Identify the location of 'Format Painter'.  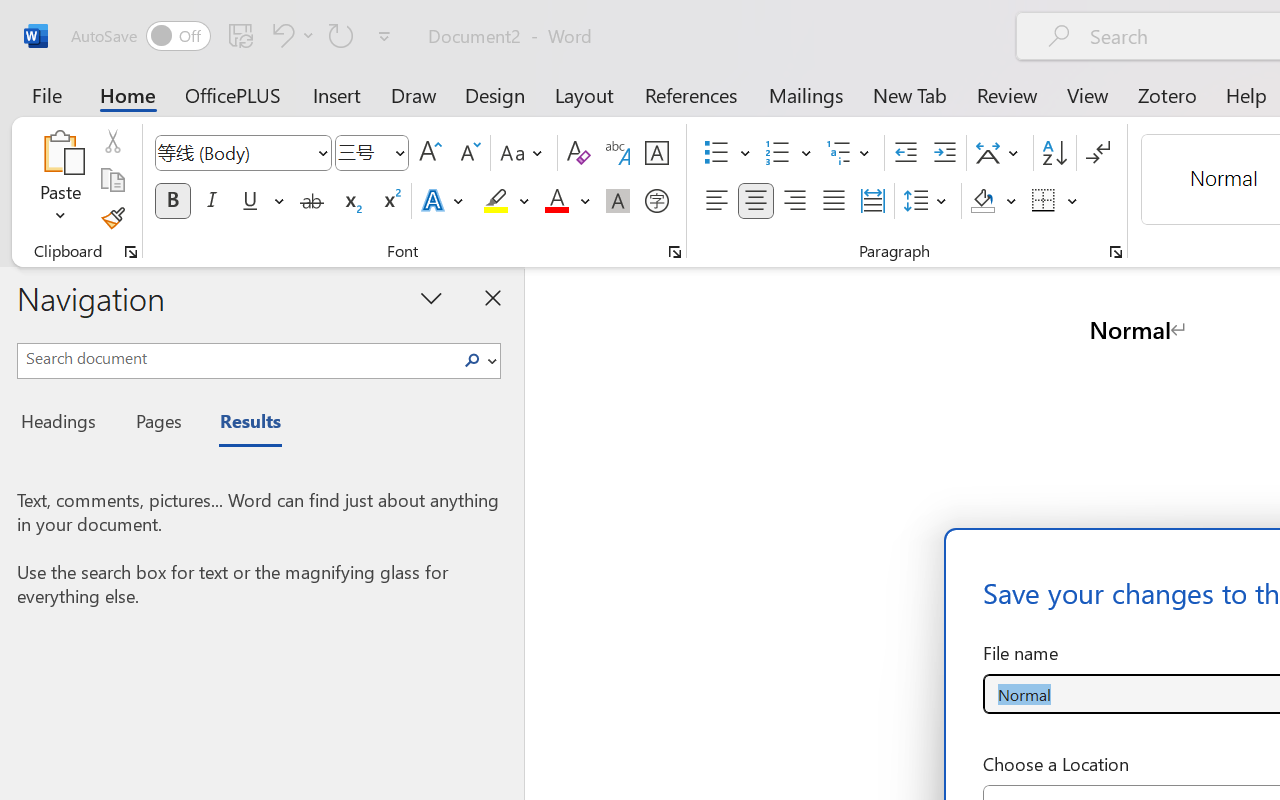
(111, 218).